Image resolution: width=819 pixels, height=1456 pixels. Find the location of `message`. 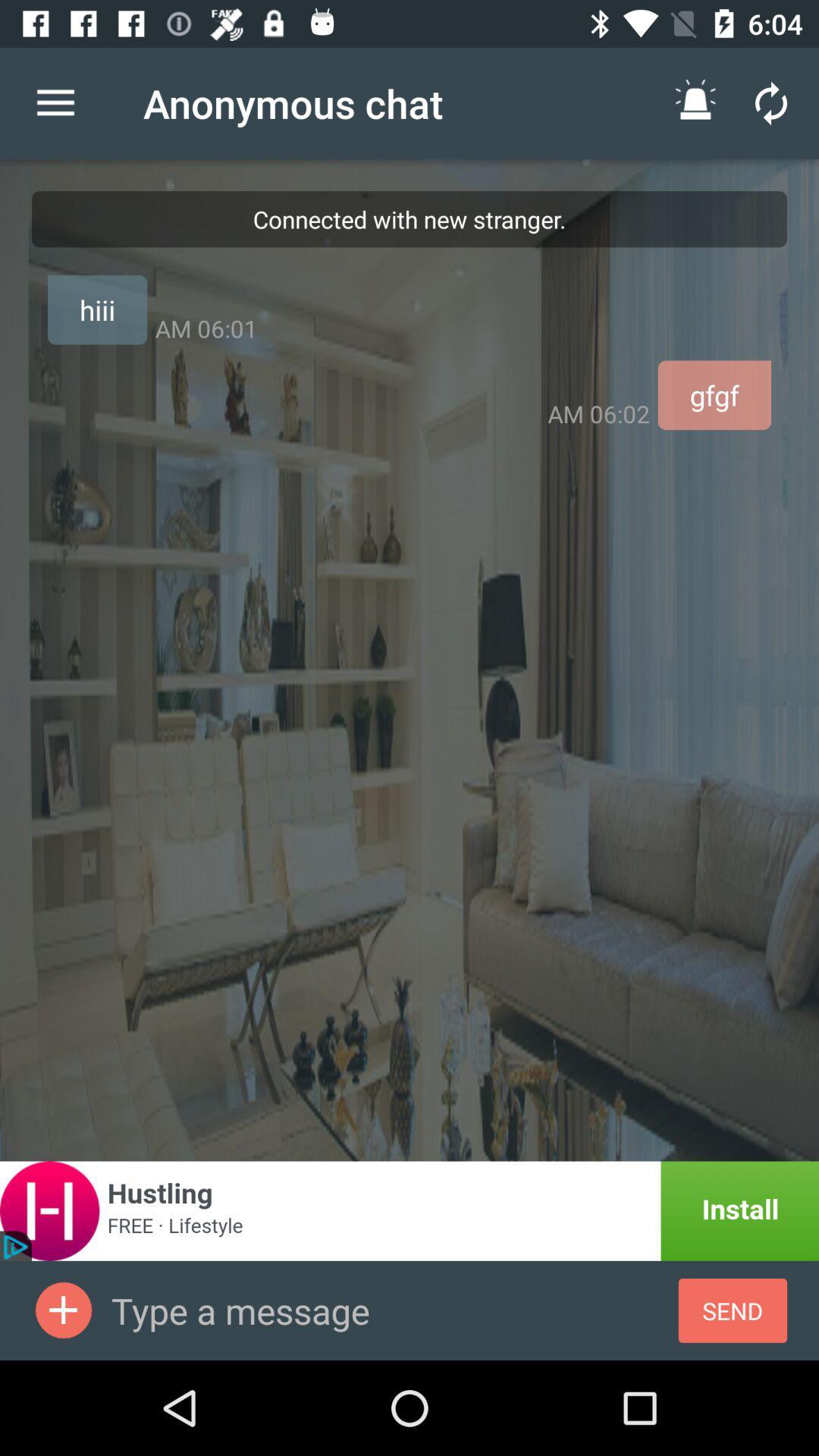

message is located at coordinates (394, 1310).